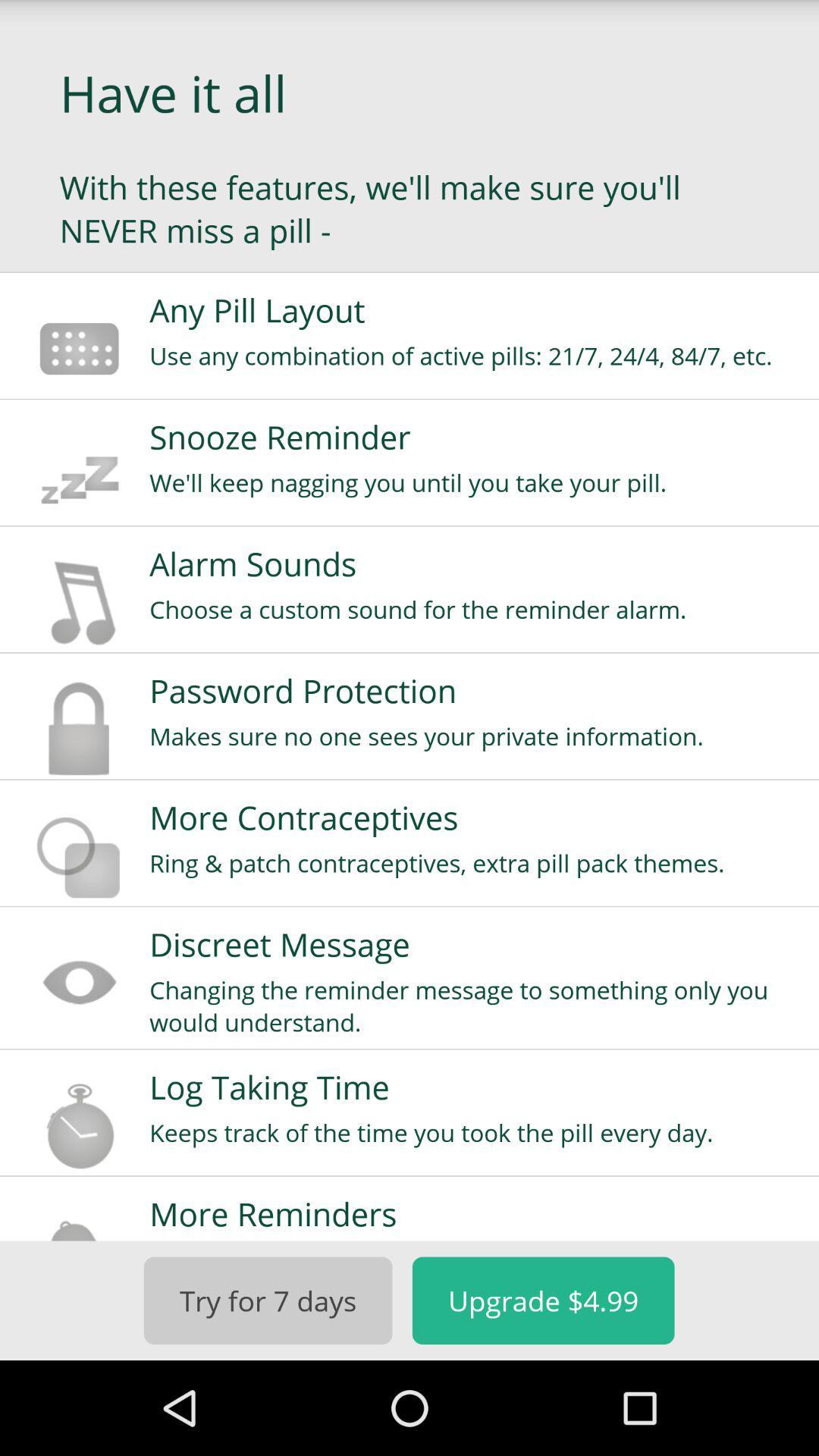  Describe the element at coordinates (473, 817) in the screenshot. I see `the more contraceptives` at that location.